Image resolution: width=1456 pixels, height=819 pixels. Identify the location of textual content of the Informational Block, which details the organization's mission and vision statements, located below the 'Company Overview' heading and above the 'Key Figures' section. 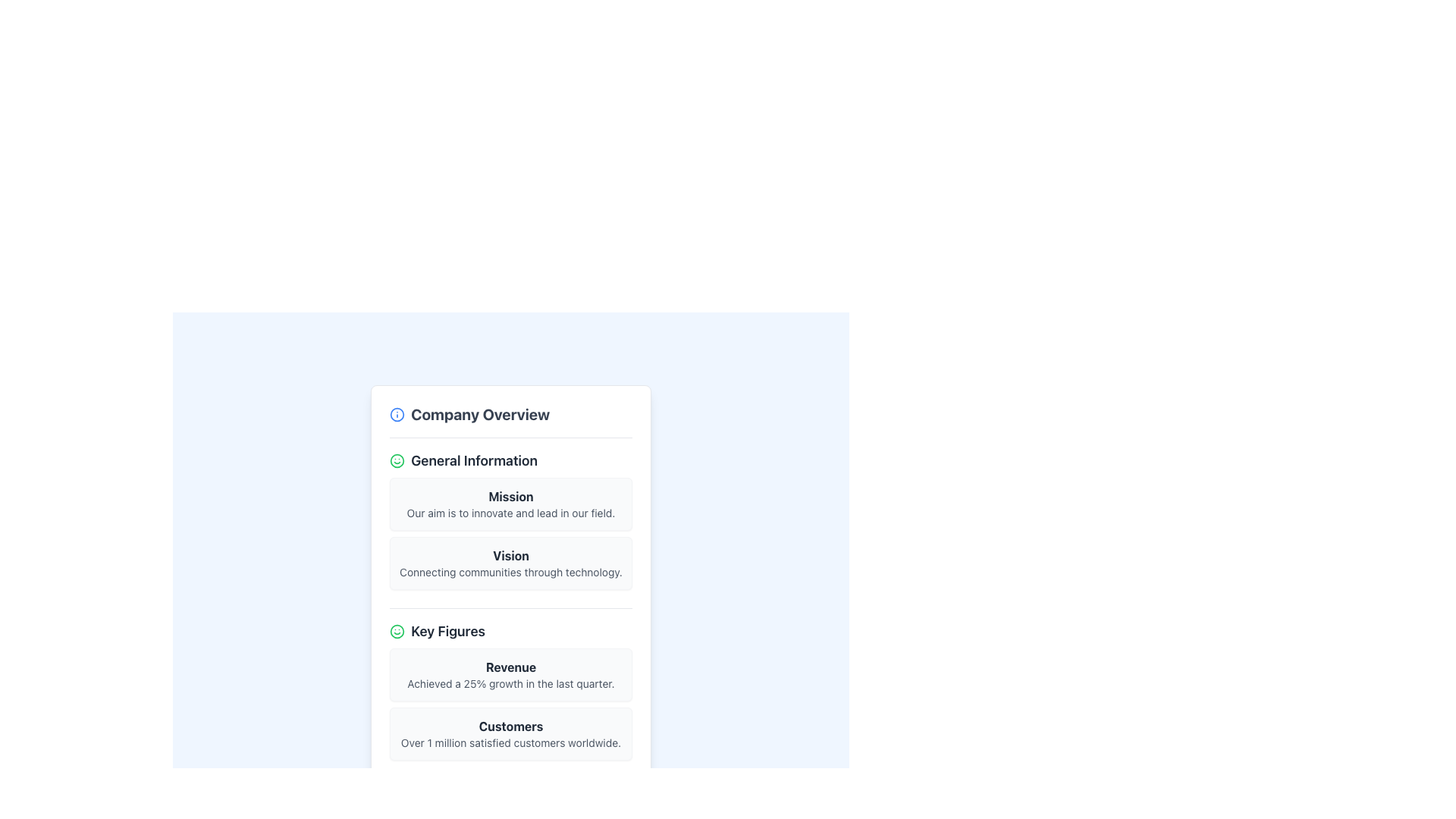
(510, 513).